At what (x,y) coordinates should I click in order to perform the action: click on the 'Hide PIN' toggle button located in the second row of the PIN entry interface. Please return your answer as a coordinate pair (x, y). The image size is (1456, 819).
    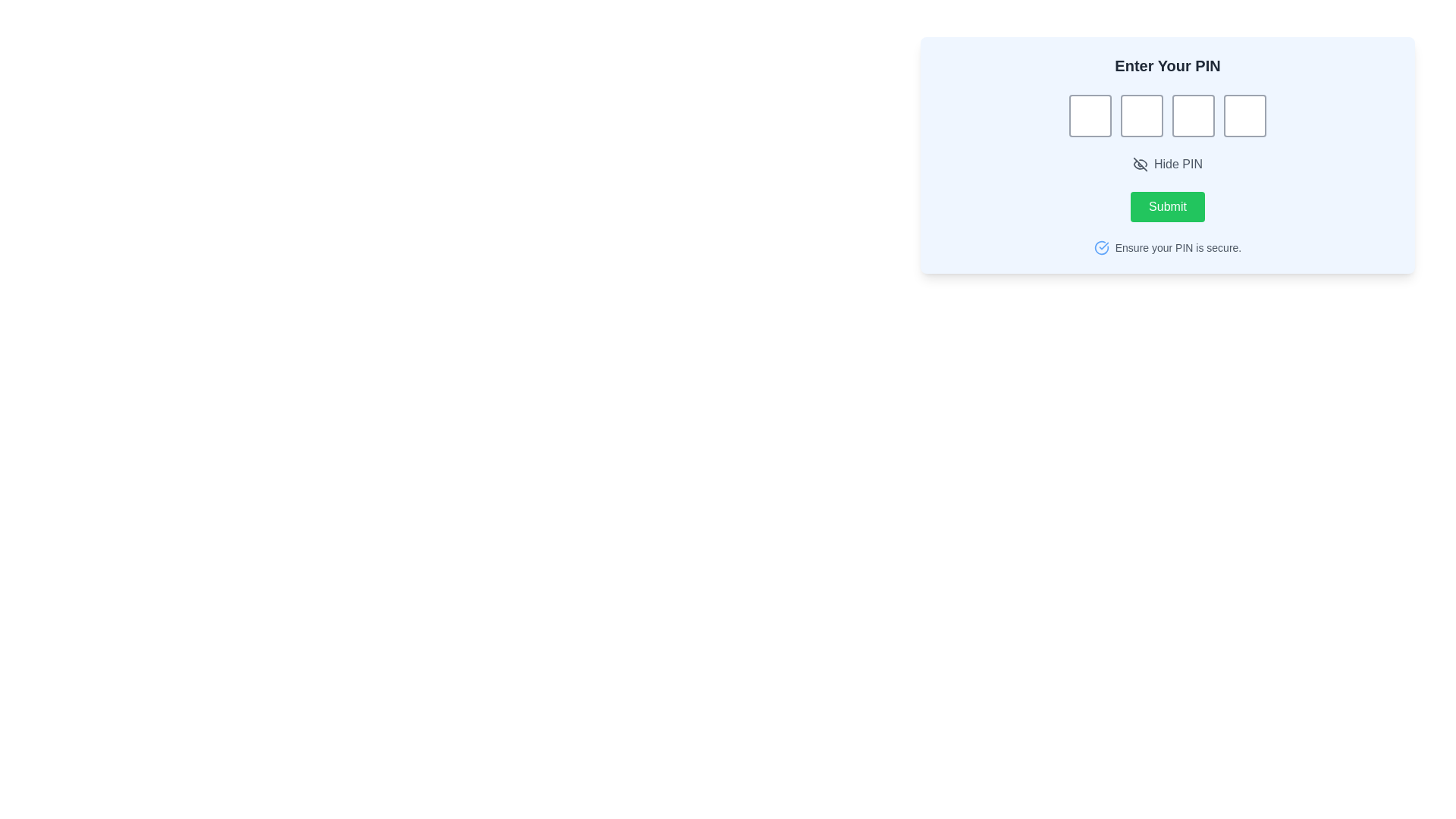
    Looking at the image, I should click on (1167, 155).